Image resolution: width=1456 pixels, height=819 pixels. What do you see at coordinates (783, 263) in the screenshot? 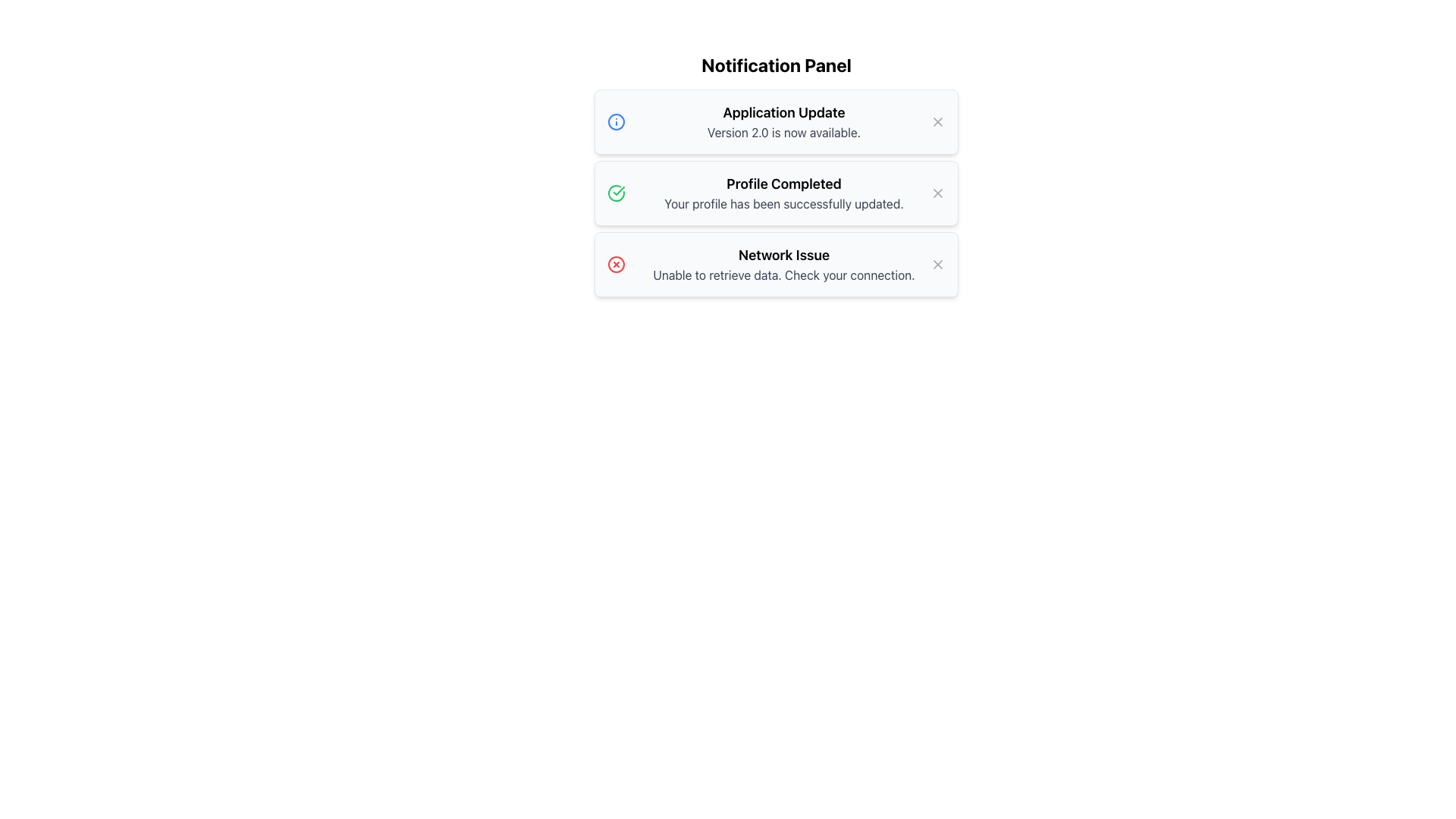
I see `the error notification text element that indicates network connectivity issues, which is positioned in the third row of the notification panel` at bounding box center [783, 263].